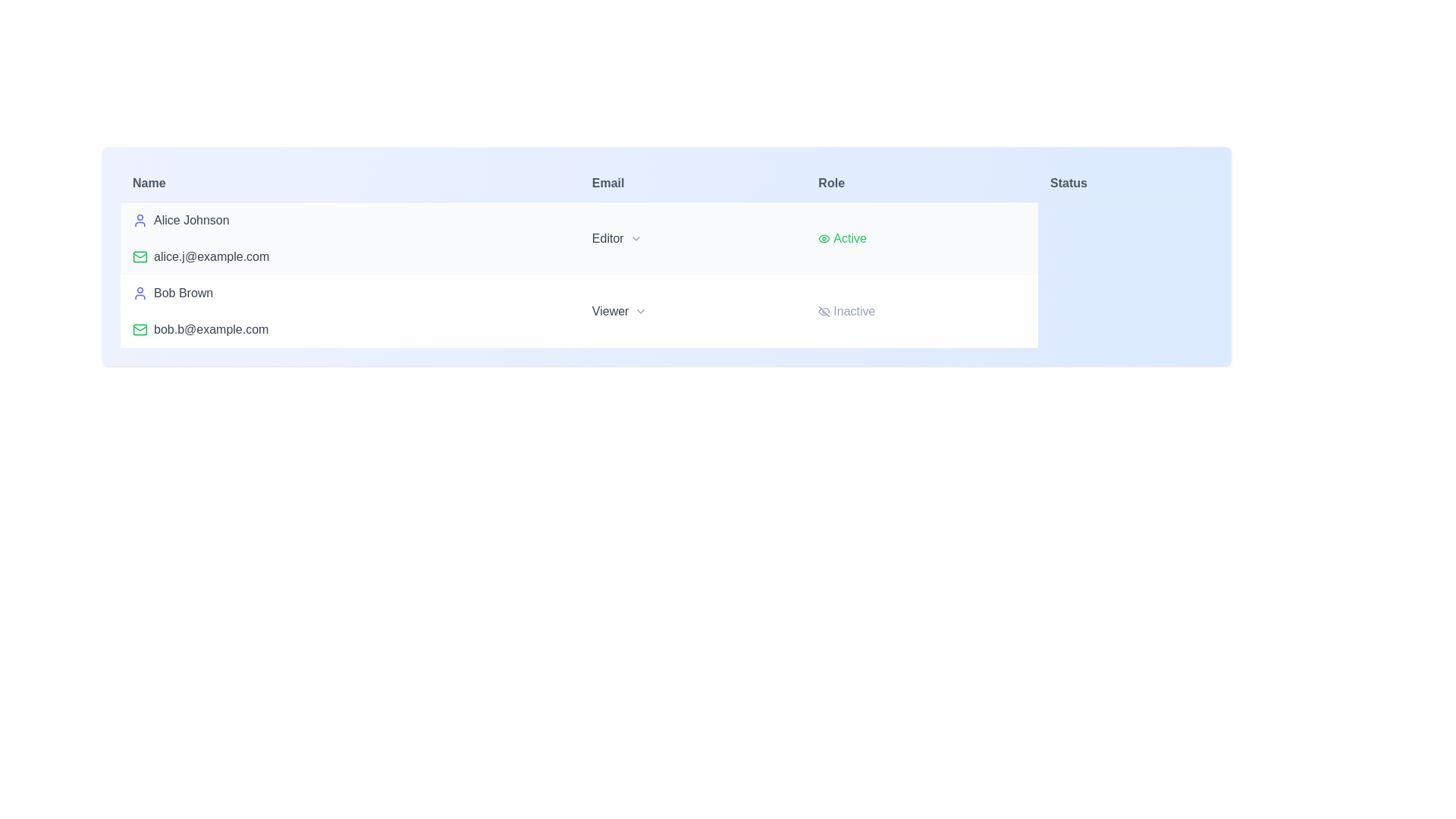 The height and width of the screenshot is (819, 1456). I want to click on the status indication of the user Bob Brown, which is represented by the Text Label in the second row under the 'Status' column, so click(921, 311).